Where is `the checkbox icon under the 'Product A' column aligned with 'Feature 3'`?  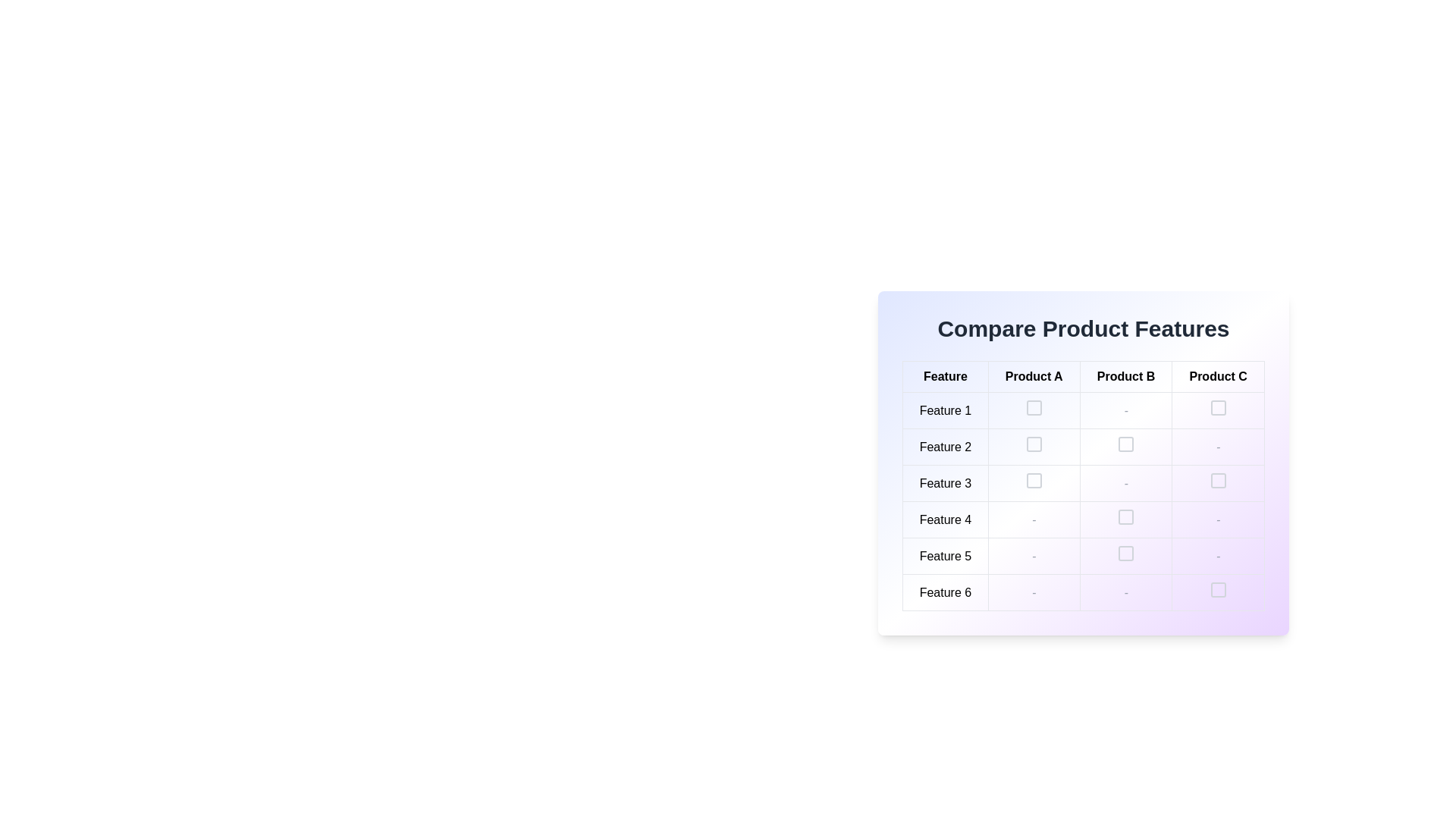
the checkbox icon under the 'Product A' column aligned with 'Feature 3' is located at coordinates (1033, 480).